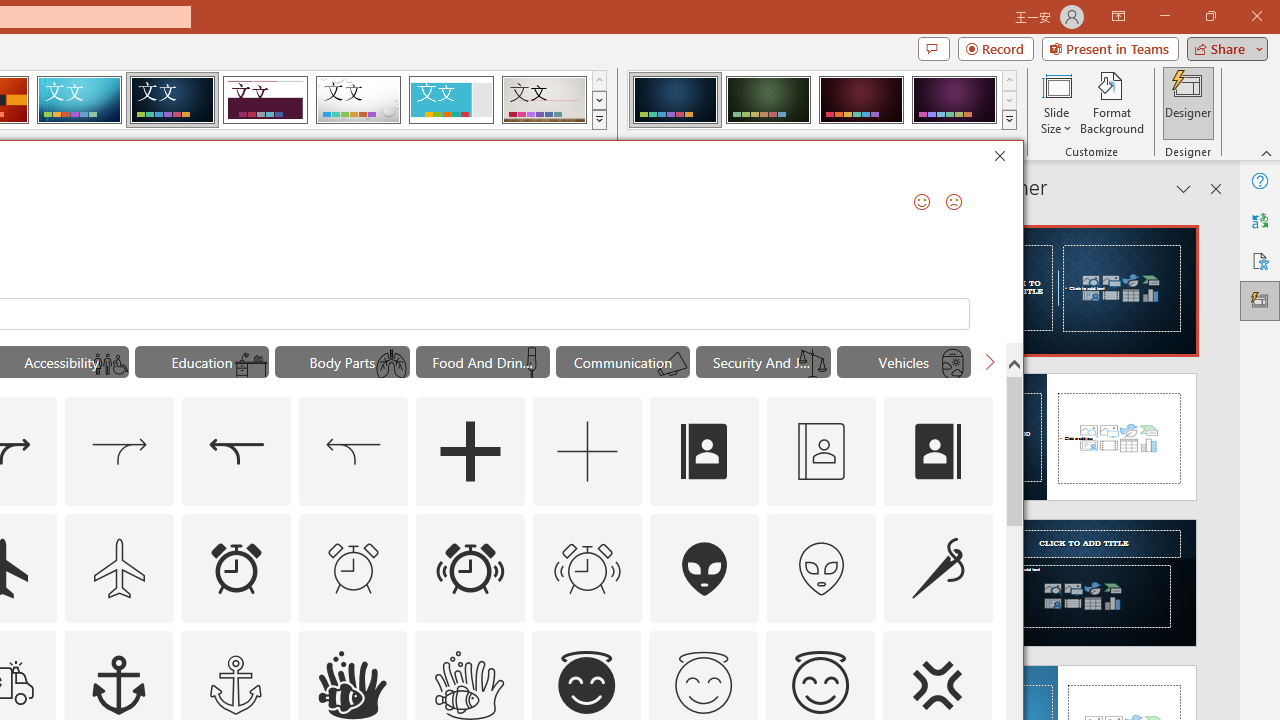 This screenshot has width=1280, height=720. I want to click on 'AutomationID: Icons_UniversalAccess_M', so click(110, 364).